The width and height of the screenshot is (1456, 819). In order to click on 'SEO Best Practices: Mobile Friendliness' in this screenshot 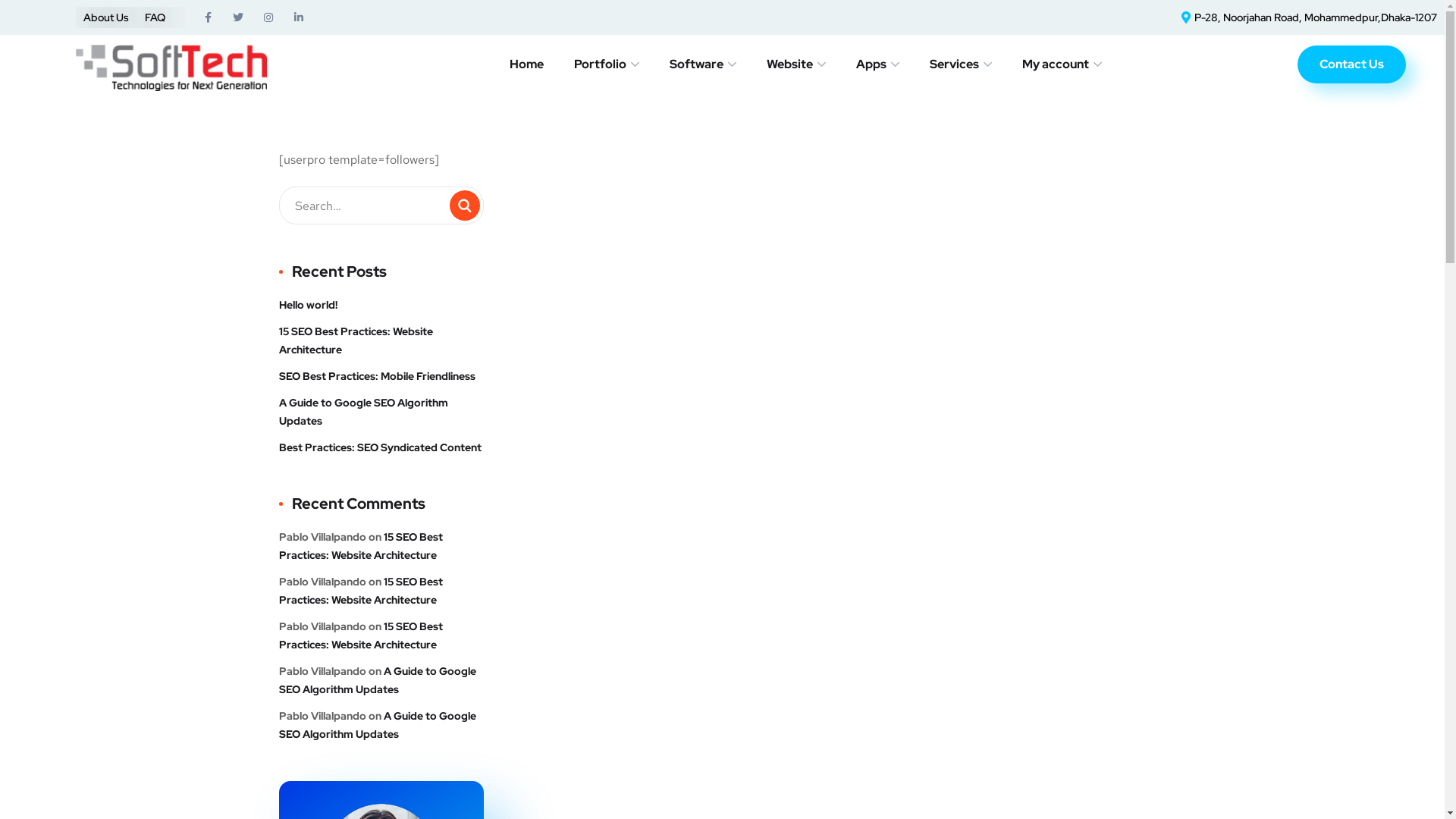, I will do `click(279, 375)`.